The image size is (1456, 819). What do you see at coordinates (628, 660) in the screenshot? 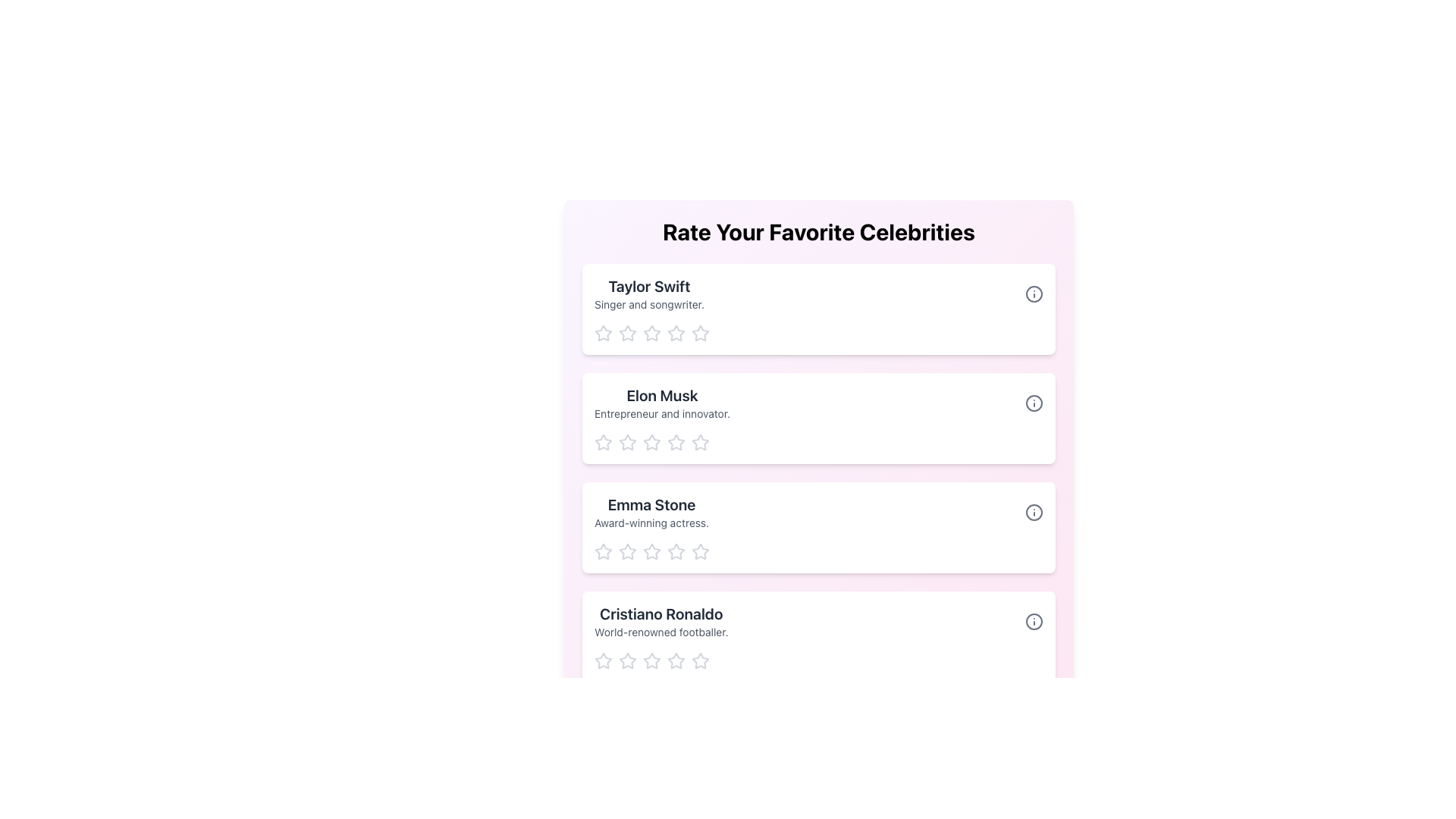
I see `the first star icon to rate 'Cristiano Ronaldo' under the 'Rate Your Favorite Celebrities' section` at bounding box center [628, 660].